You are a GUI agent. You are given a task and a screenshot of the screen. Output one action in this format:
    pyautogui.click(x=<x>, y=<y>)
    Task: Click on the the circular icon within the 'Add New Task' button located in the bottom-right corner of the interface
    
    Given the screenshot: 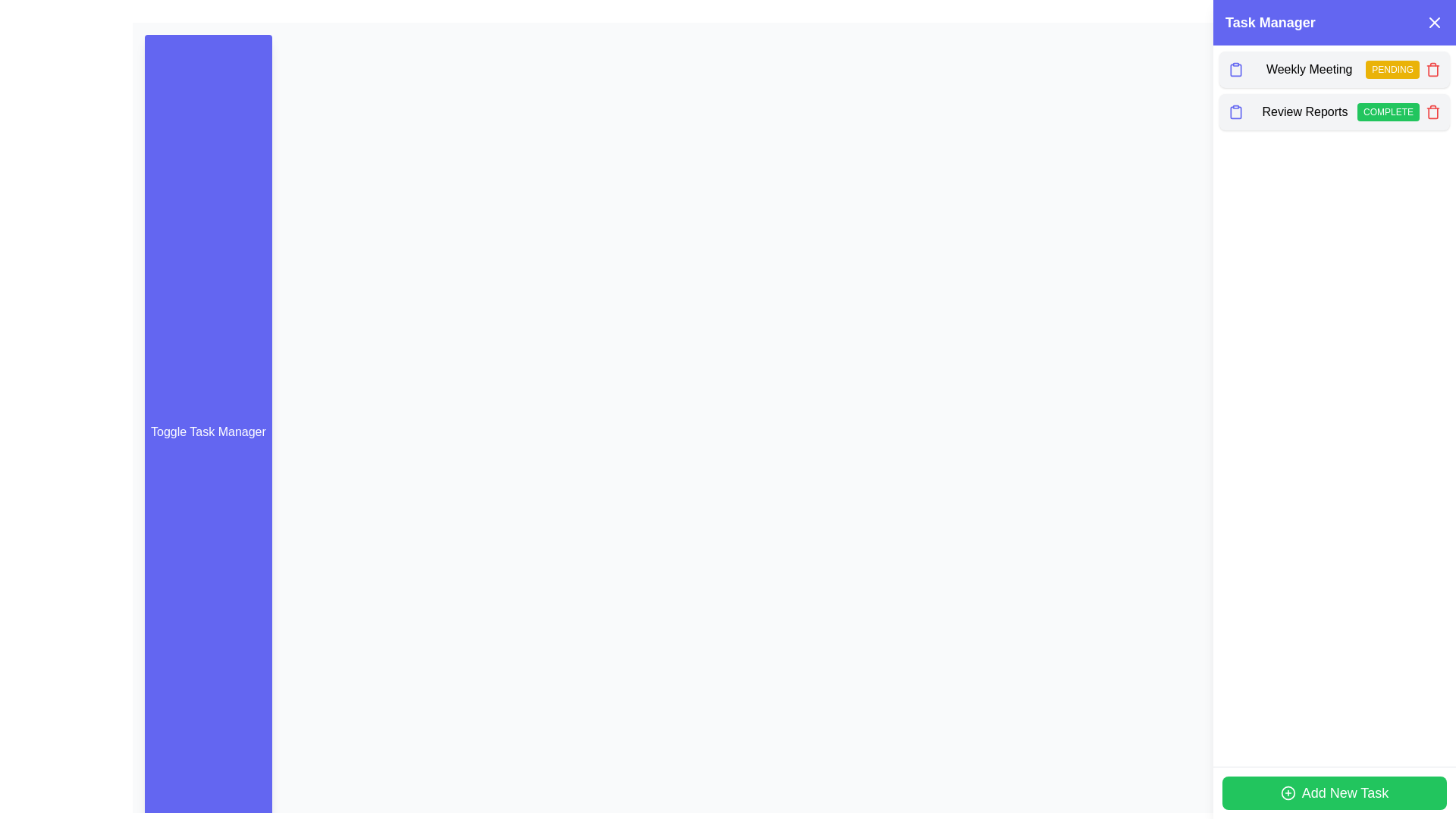 What is the action you would take?
    pyautogui.click(x=1287, y=792)
    